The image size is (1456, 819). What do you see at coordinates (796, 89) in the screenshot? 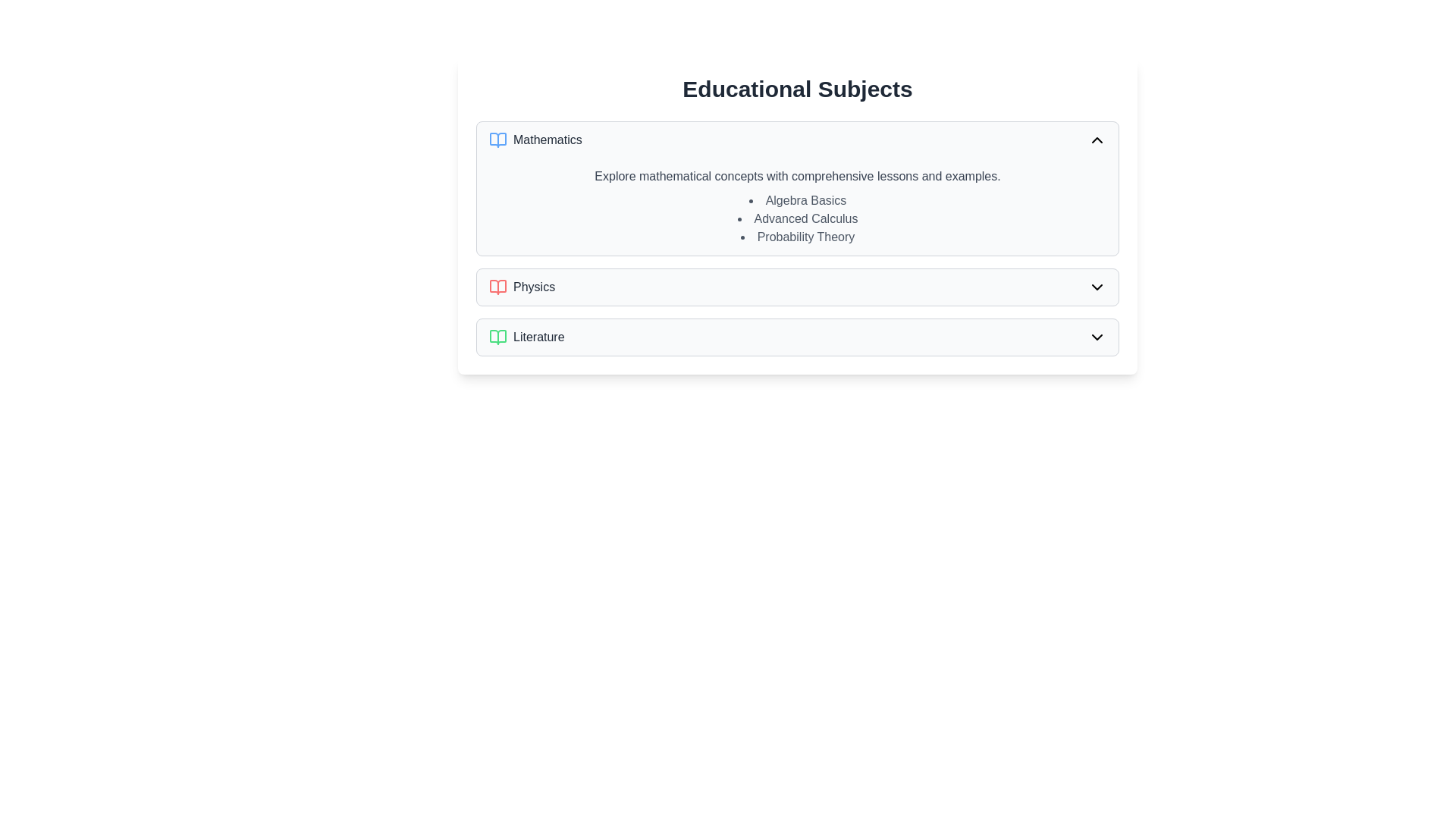
I see `static text heading 'Educational Subjects' which is a bold, centered text at the top of the section with a white background` at bounding box center [796, 89].